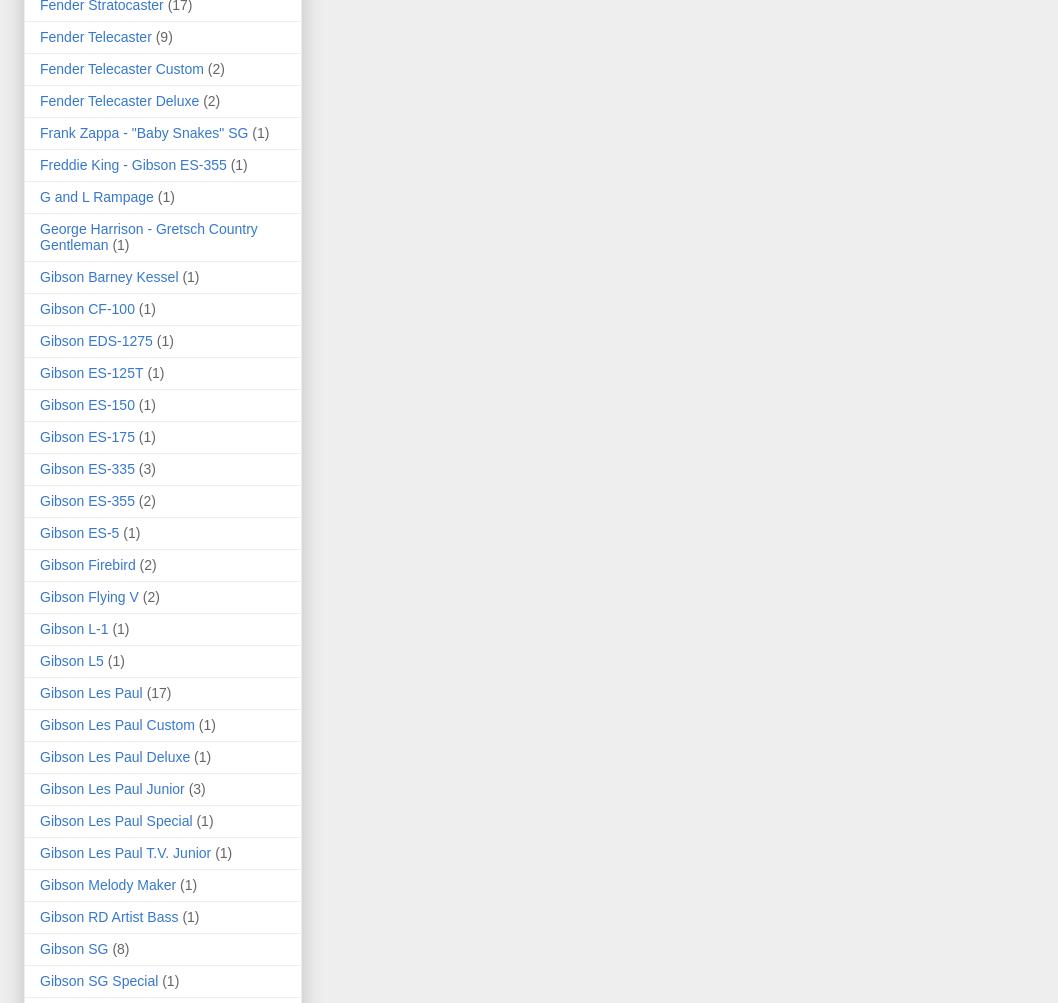 The image size is (1058, 1003). I want to click on 'Gibson ES-335', so click(86, 467).